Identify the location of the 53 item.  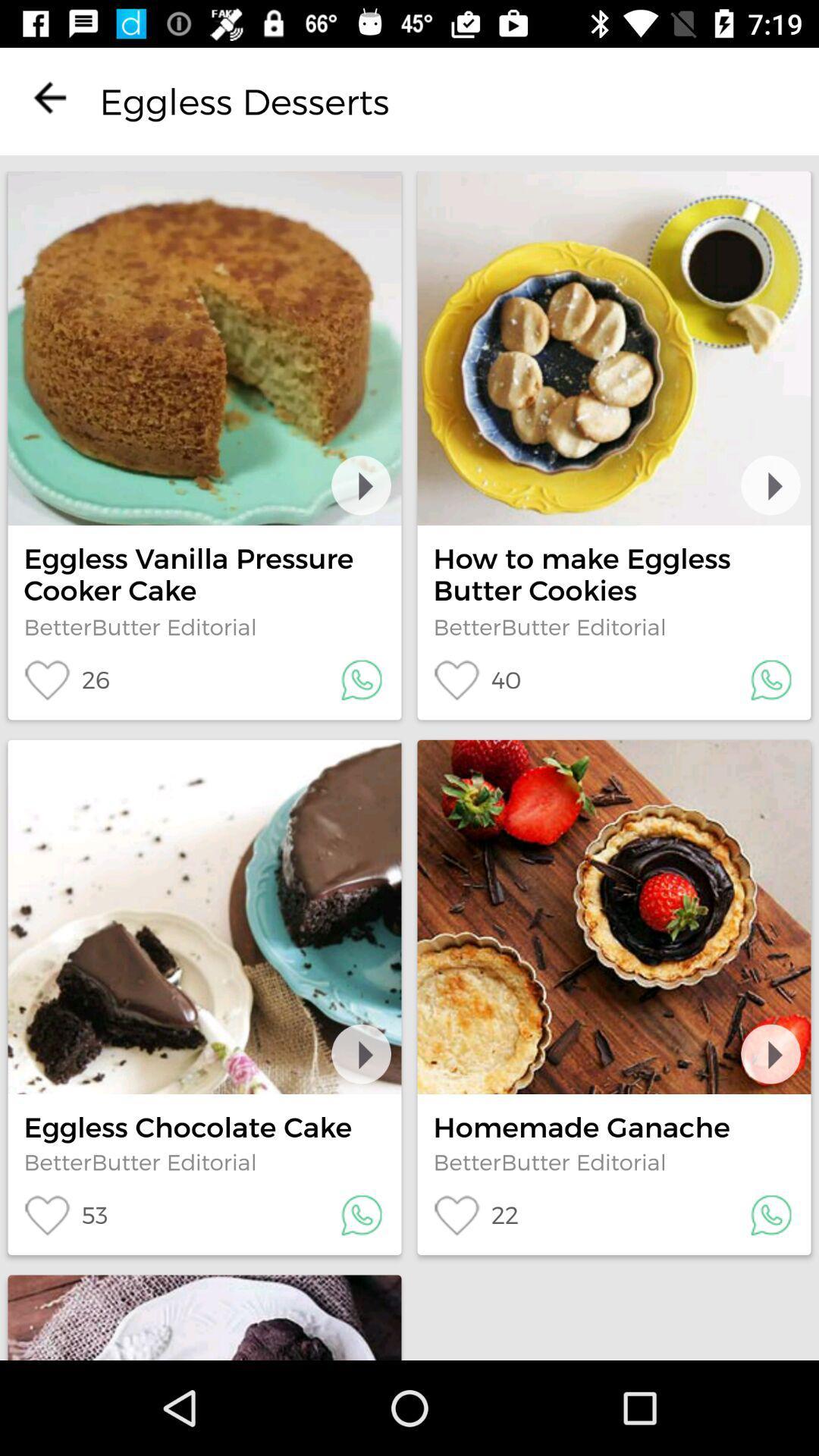
(65, 1215).